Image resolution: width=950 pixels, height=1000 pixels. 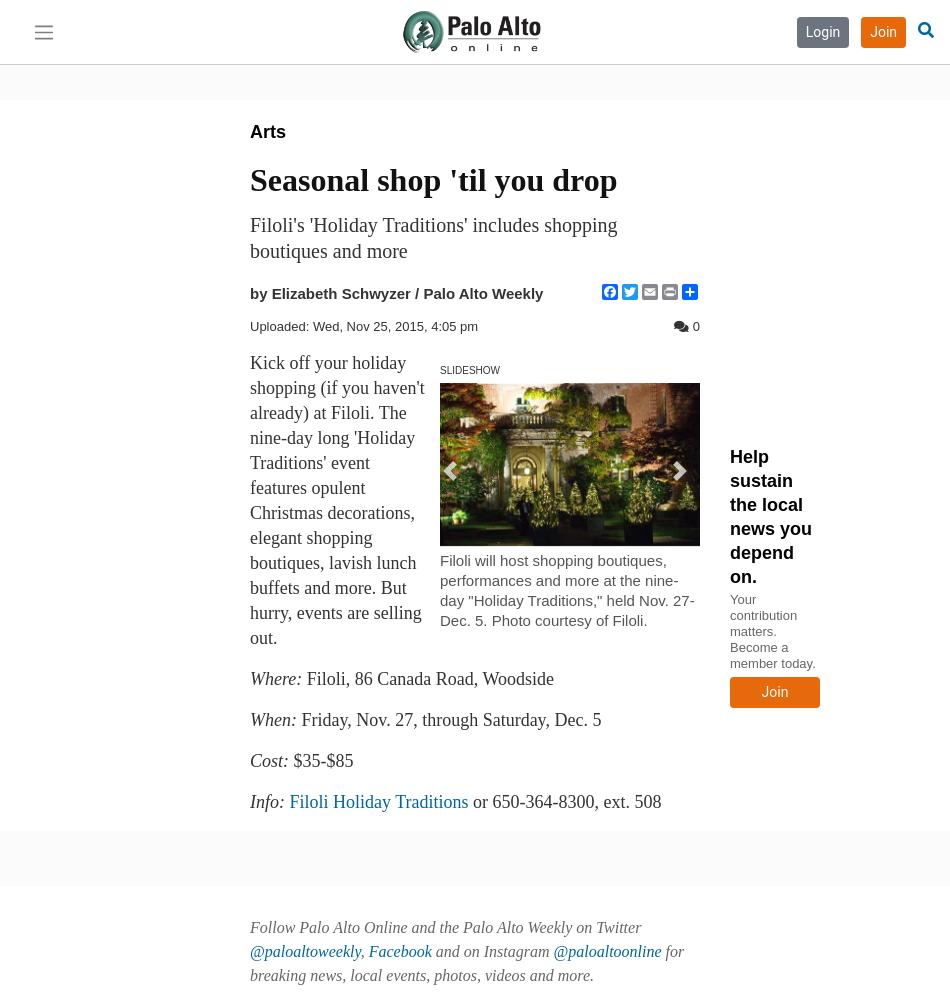 I want to click on 'Help sustain the local news you depend on.', so click(x=770, y=516).